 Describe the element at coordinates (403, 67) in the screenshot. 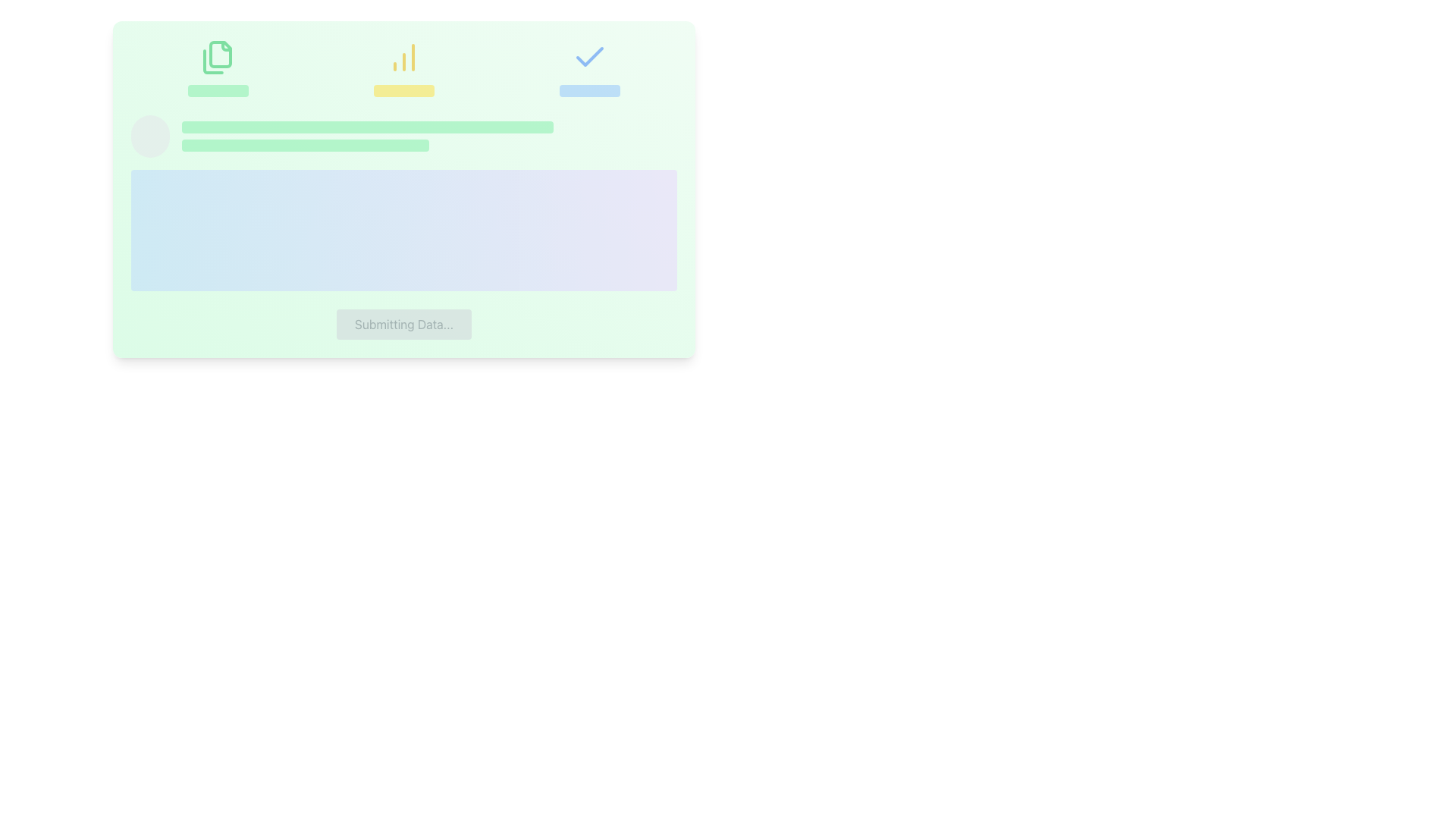

I see `the middle icon with a textual indicator in the upper center section of the interface, which summarizes data trends or statistics` at that location.